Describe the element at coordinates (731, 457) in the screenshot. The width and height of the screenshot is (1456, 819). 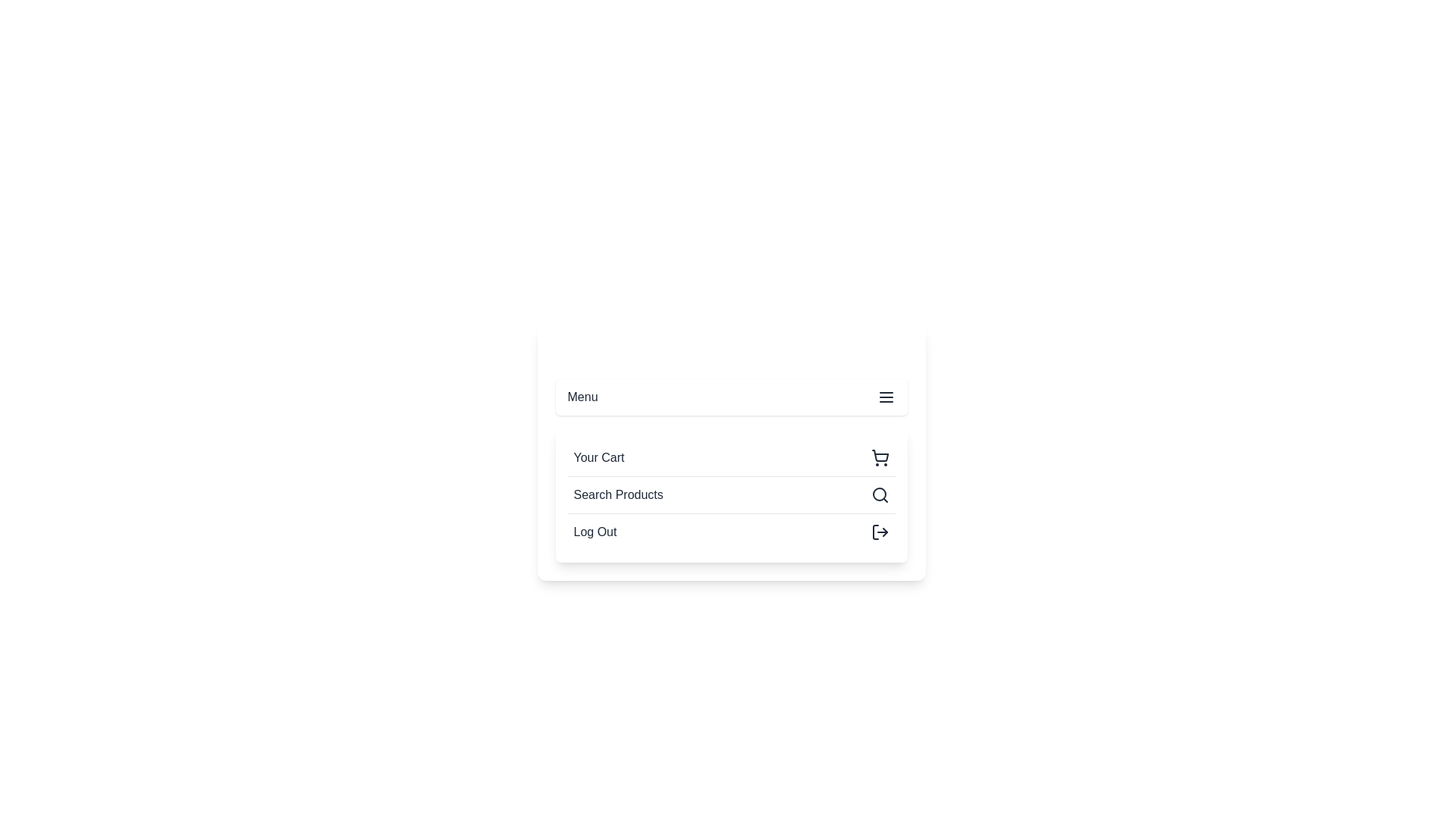
I see `the first item in the vertically stacked menu labeled 'Your Cart'` at that location.